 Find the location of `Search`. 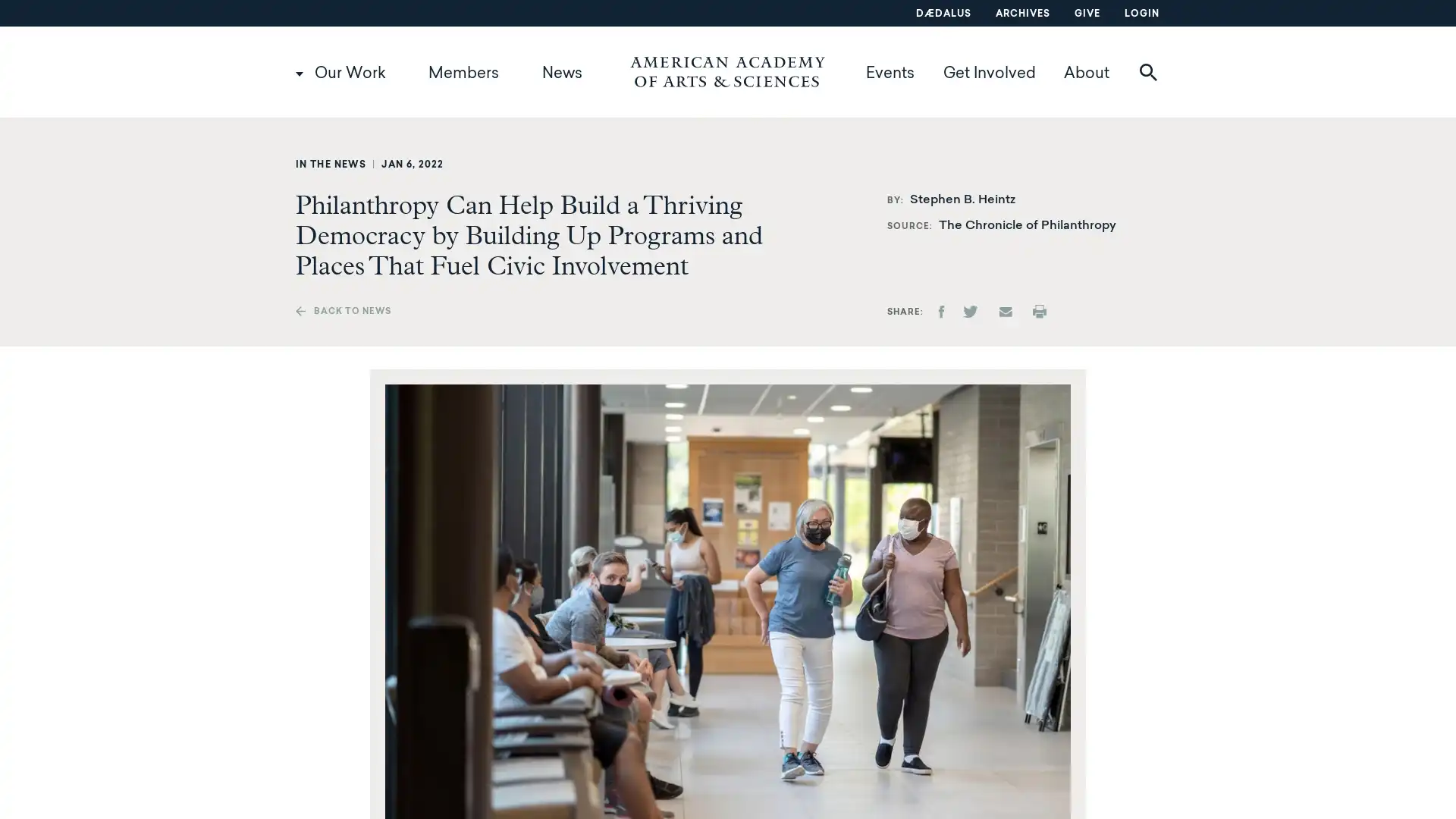

Search is located at coordinates (1193, 72).